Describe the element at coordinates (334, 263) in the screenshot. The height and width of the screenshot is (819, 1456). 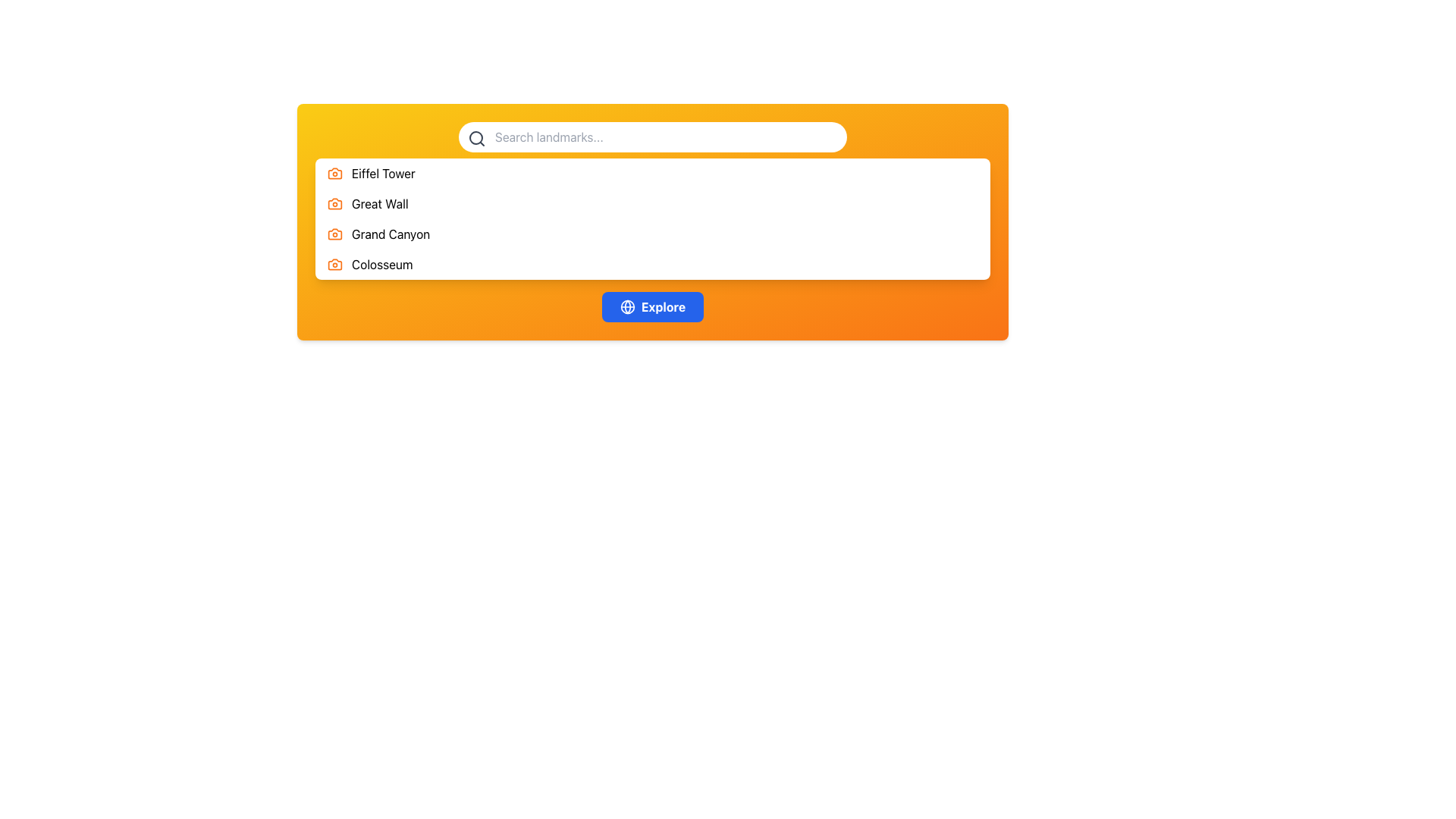
I see `the small, orange-outlined camera icon located to the far left of the last item in the dropdown menu next to the text 'Colosseum'` at that location.